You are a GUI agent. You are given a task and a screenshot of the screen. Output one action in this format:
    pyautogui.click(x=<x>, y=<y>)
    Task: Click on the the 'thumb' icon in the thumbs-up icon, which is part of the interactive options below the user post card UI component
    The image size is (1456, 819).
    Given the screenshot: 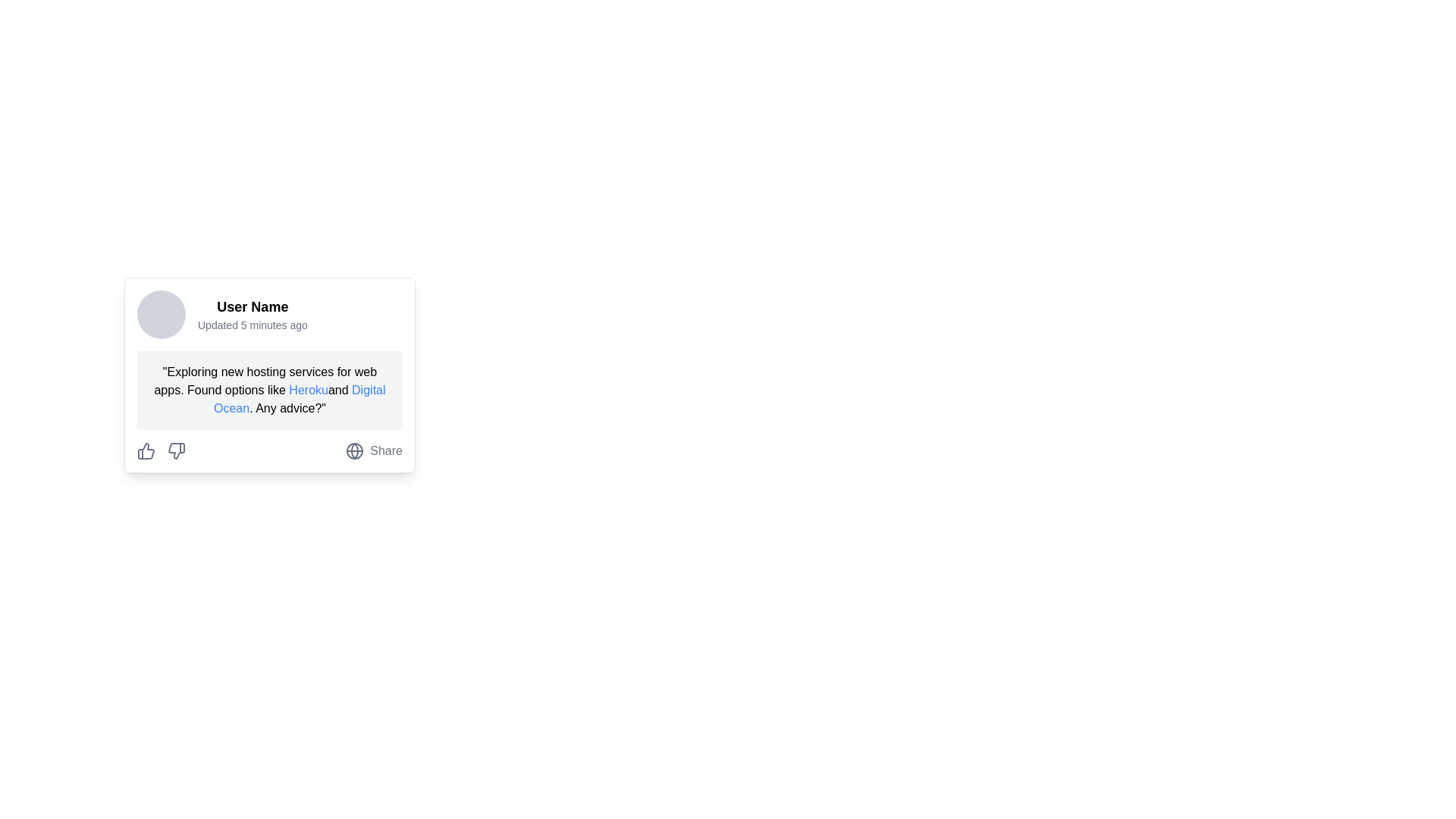 What is the action you would take?
    pyautogui.click(x=146, y=450)
    